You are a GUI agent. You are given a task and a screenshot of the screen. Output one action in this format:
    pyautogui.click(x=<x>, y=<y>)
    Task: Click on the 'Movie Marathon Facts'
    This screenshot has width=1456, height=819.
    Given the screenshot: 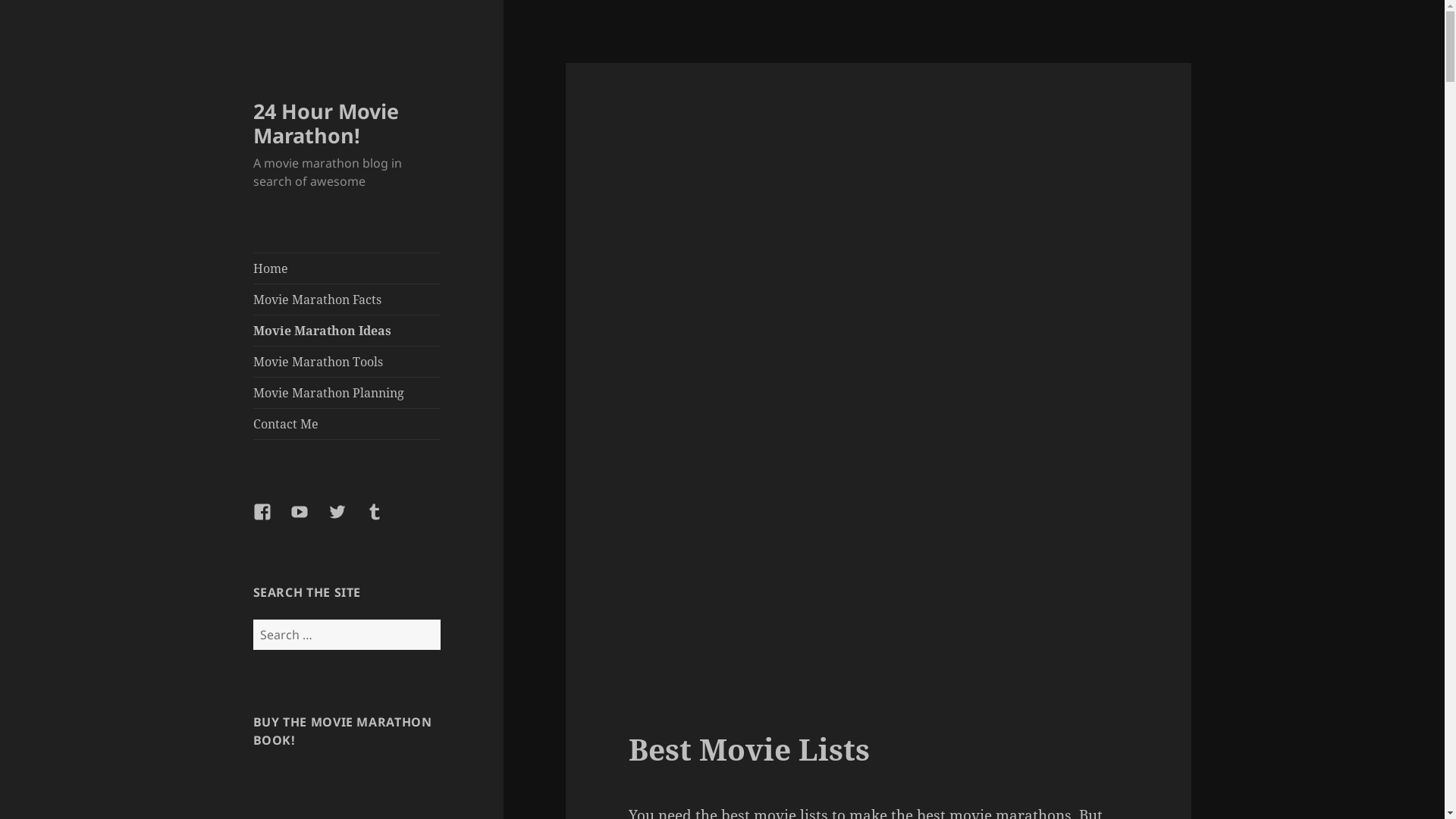 What is the action you would take?
    pyautogui.click(x=346, y=299)
    